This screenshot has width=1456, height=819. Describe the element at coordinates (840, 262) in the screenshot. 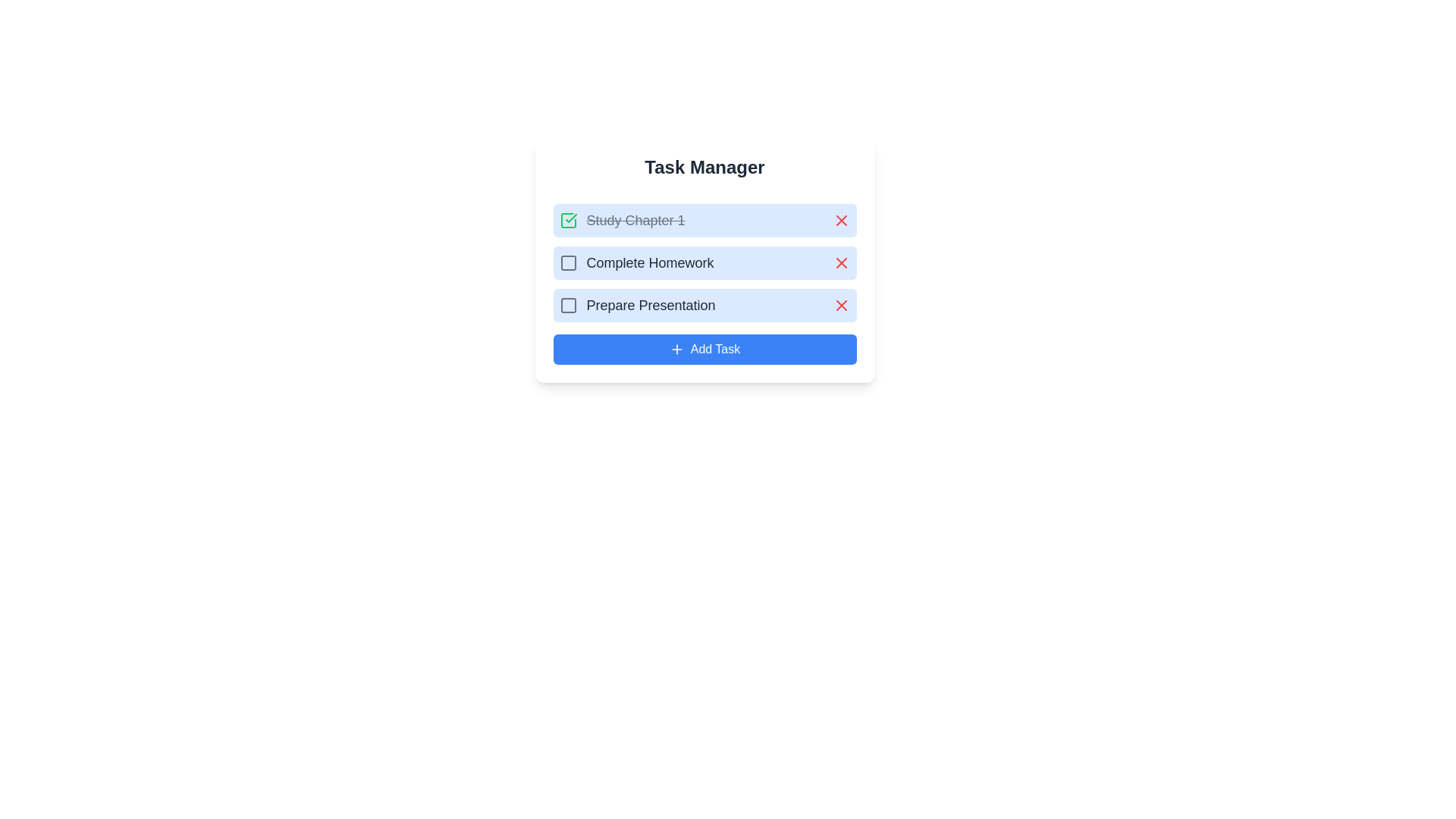

I see `the red circular cross icon on the far right side of the task item row labeled 'Complete Homework'` at that location.